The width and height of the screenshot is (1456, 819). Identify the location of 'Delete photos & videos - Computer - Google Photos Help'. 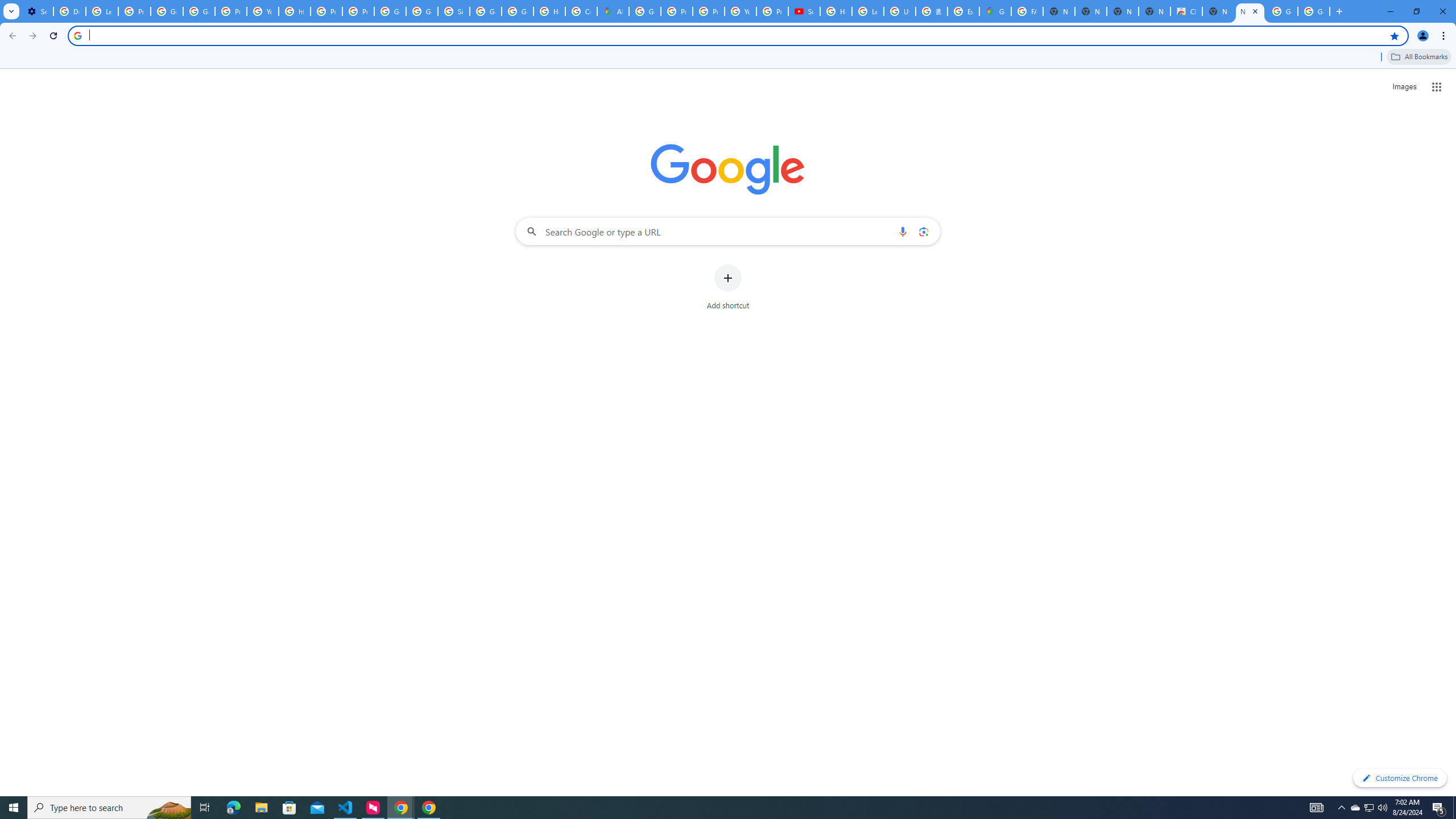
(69, 11).